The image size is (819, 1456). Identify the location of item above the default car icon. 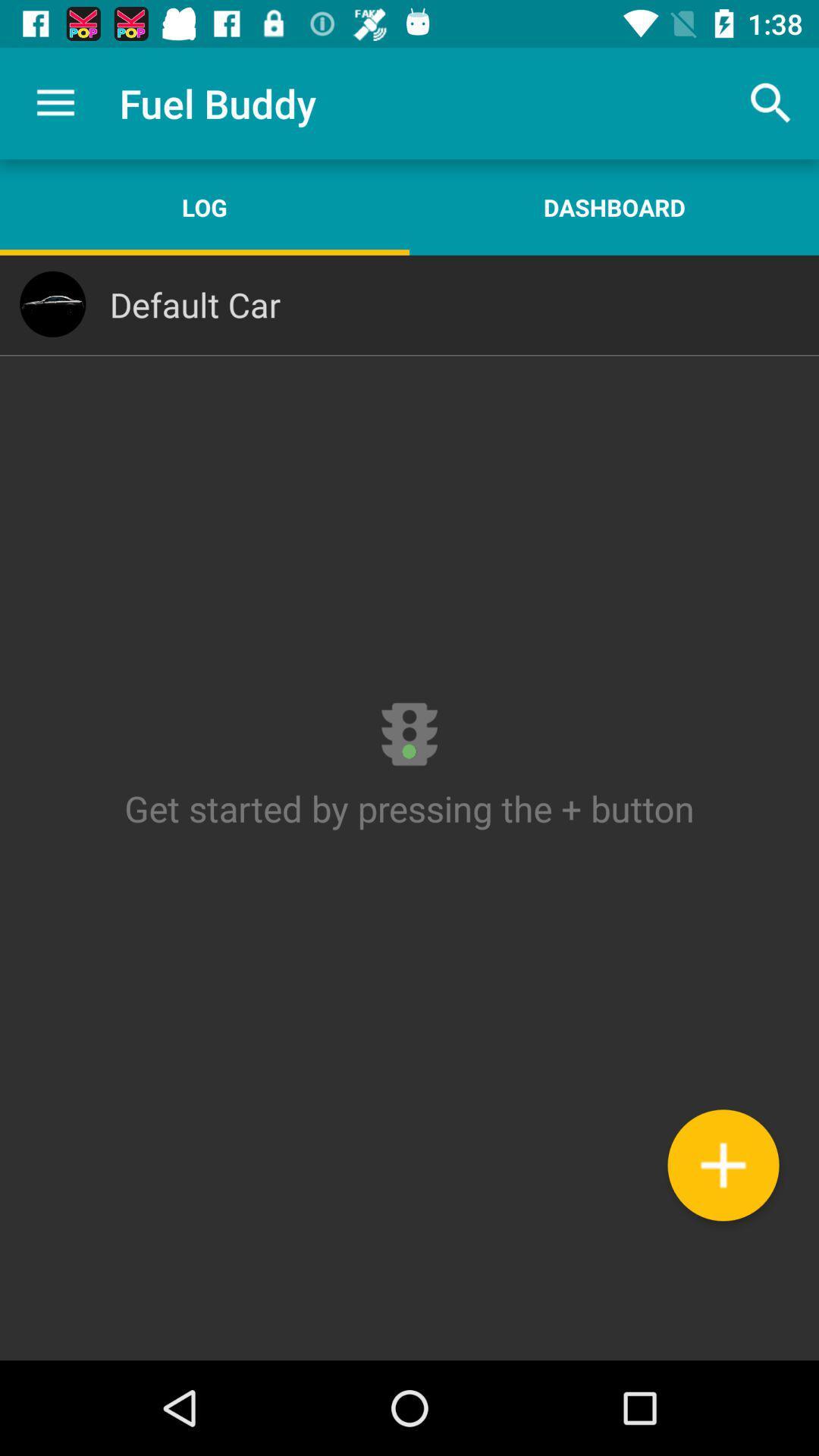
(614, 206).